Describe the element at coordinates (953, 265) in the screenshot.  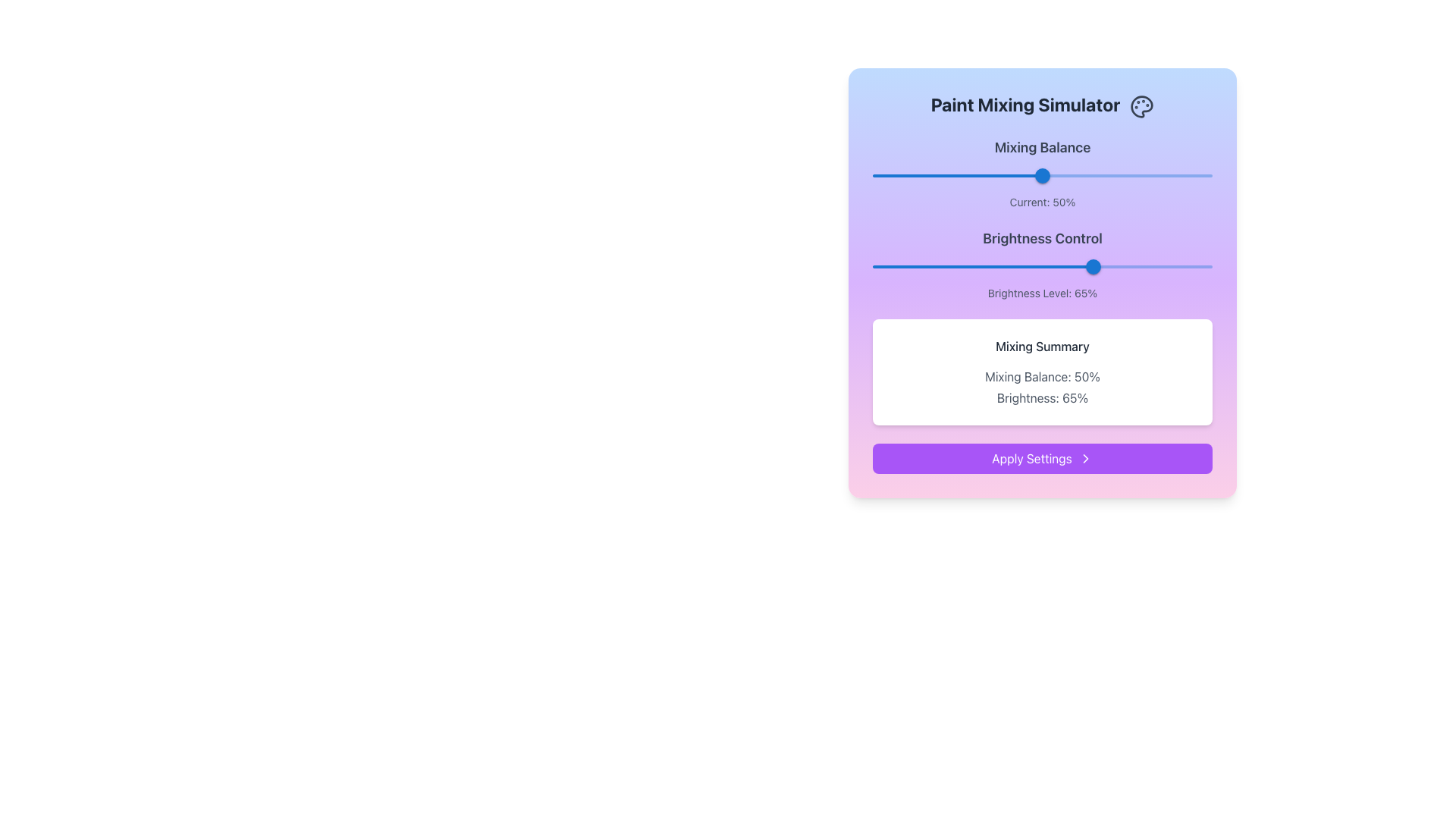
I see `the brightness level` at that location.